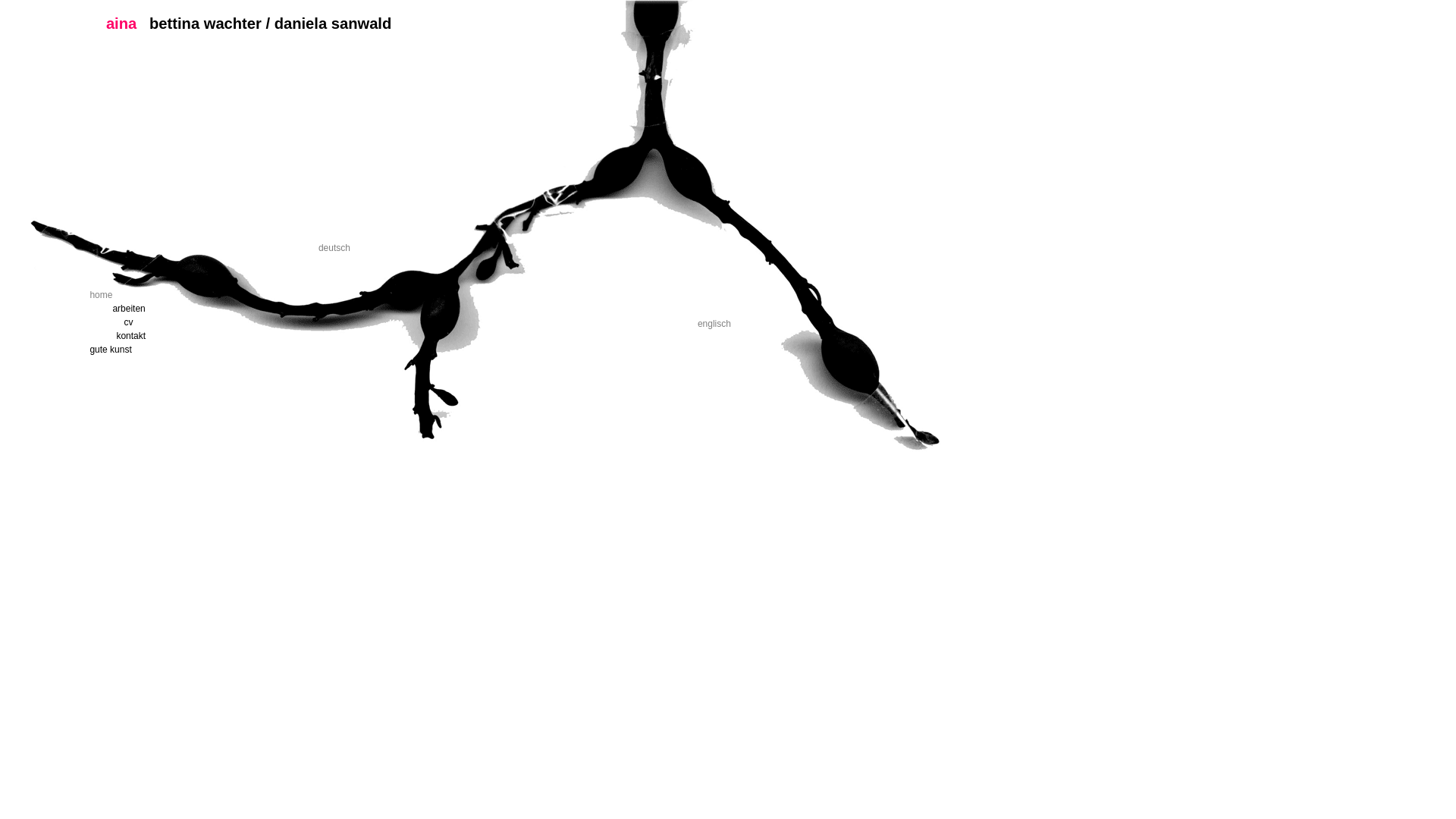 The height and width of the screenshot is (819, 1456). What do you see at coordinates (181, 308) in the screenshot?
I see `'arbeiten'` at bounding box center [181, 308].